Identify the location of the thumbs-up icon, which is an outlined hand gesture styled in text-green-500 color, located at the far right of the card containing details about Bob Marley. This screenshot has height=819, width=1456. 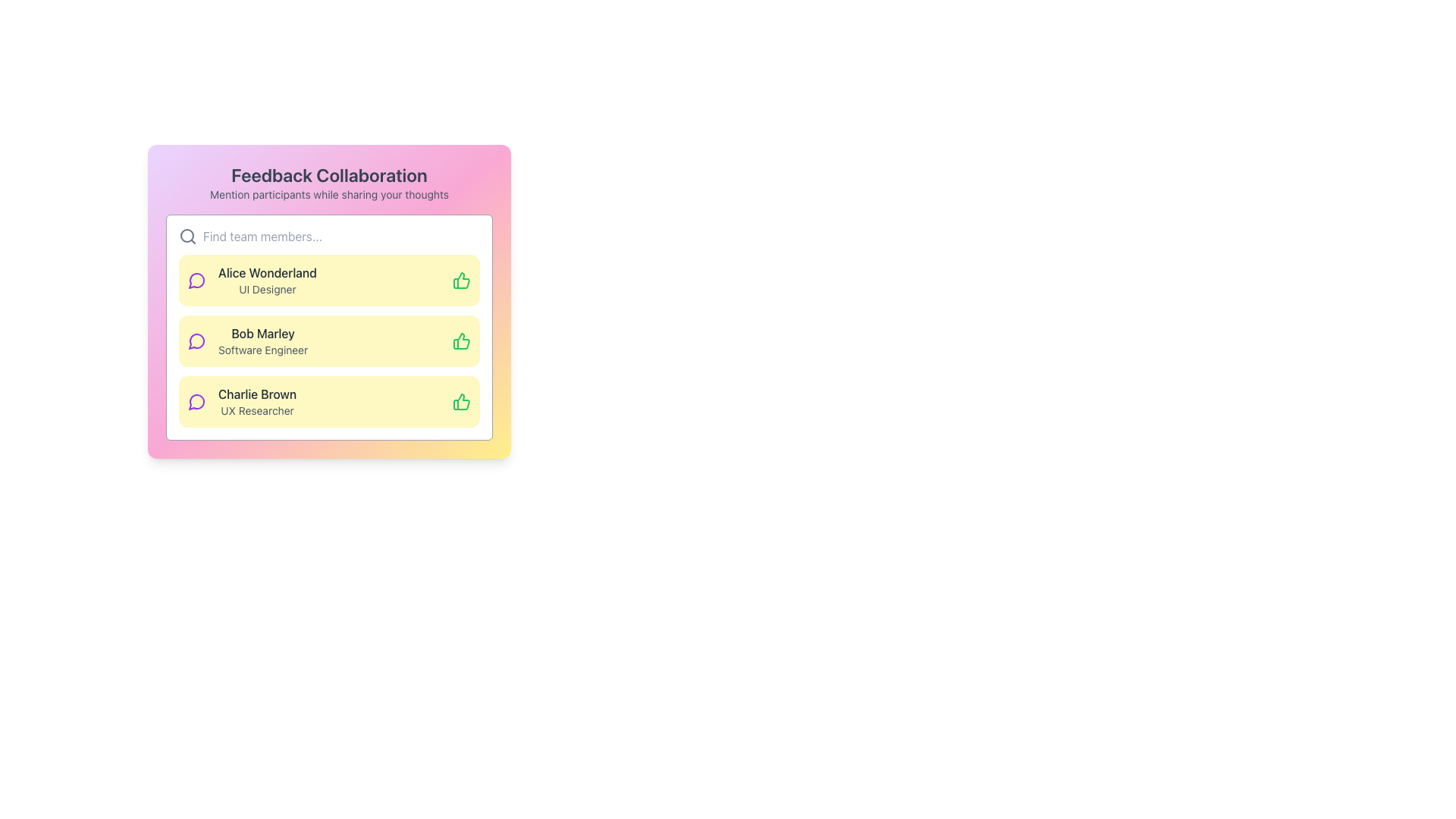
(461, 341).